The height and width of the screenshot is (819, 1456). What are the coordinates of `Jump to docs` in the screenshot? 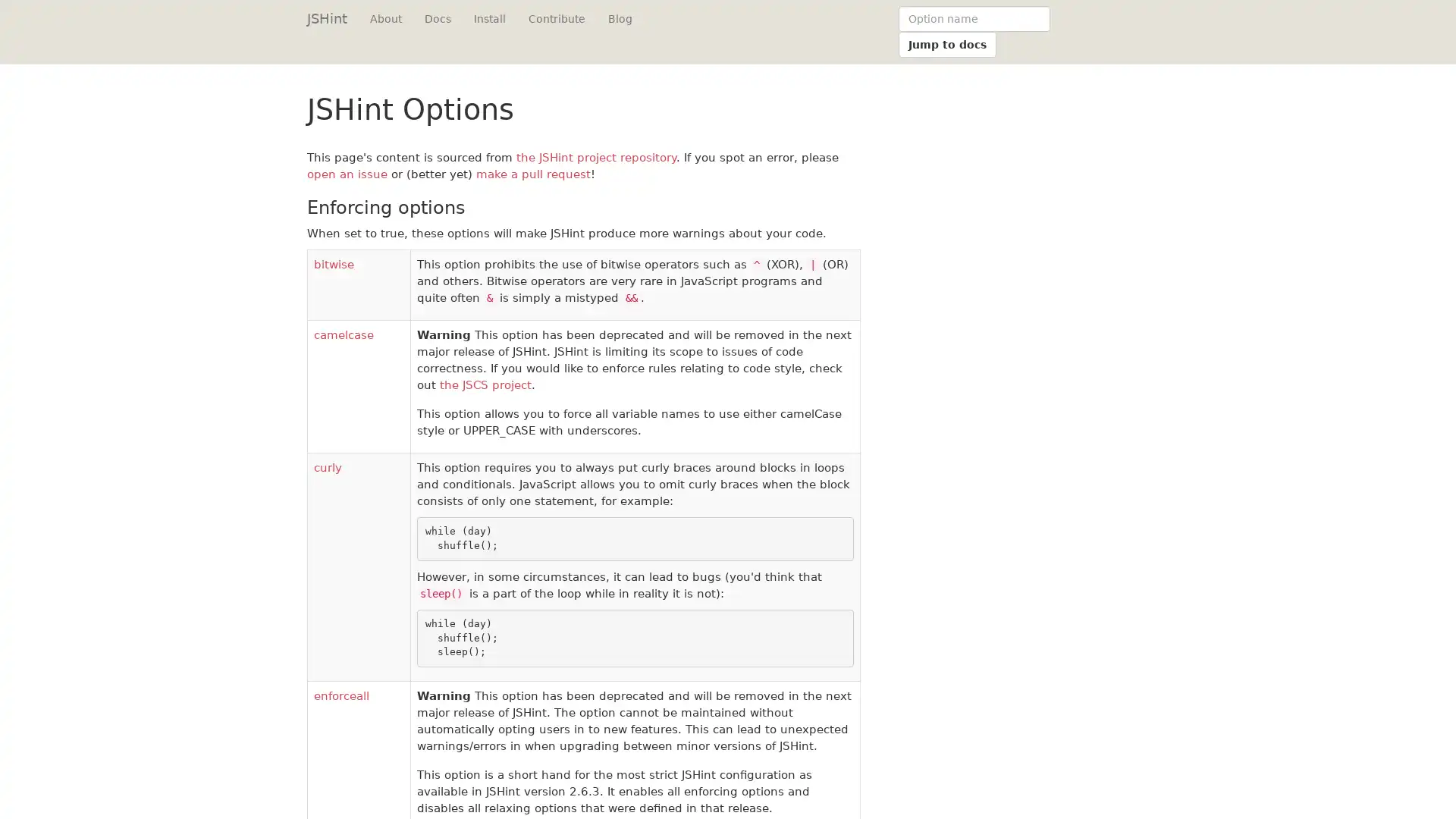 It's located at (946, 43).